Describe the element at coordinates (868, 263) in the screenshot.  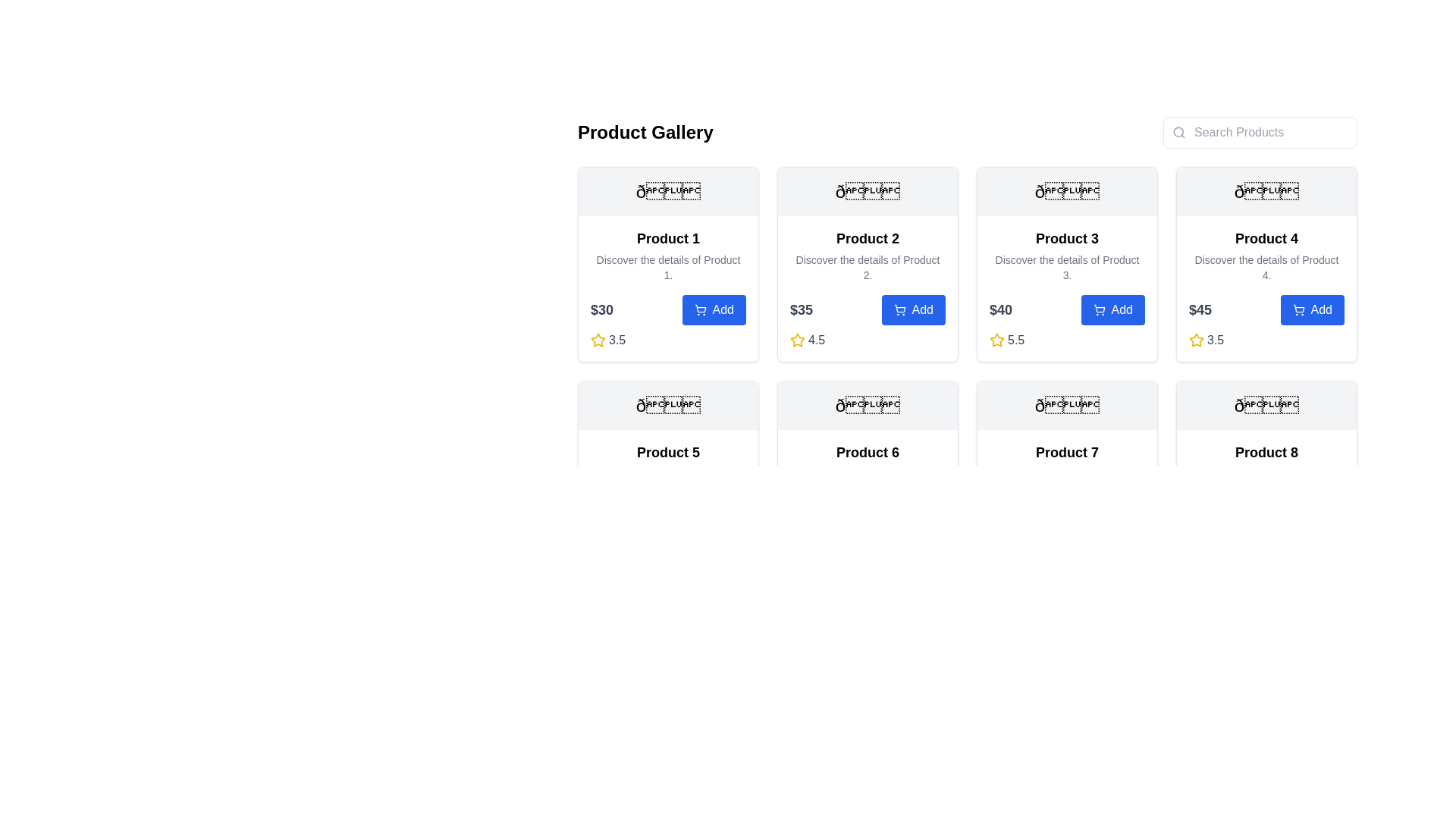
I see `text for the product details from the card styled with a light border and rounded corners, featuring the title 'Product 2', positioned in the first row and second column of the product gallery` at that location.